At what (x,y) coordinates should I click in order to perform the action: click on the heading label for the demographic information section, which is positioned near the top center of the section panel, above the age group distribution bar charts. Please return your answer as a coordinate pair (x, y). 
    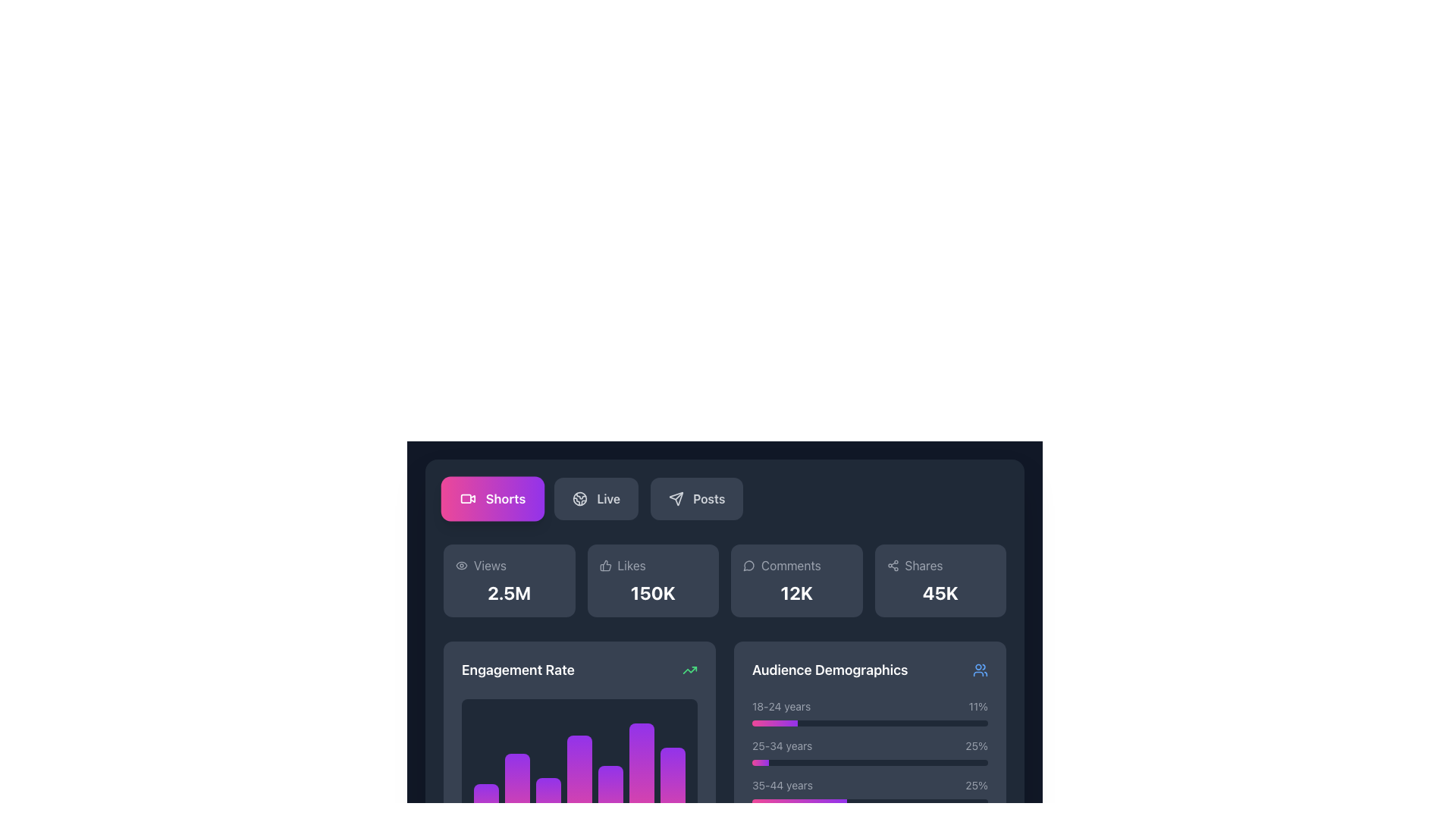
    Looking at the image, I should click on (870, 669).